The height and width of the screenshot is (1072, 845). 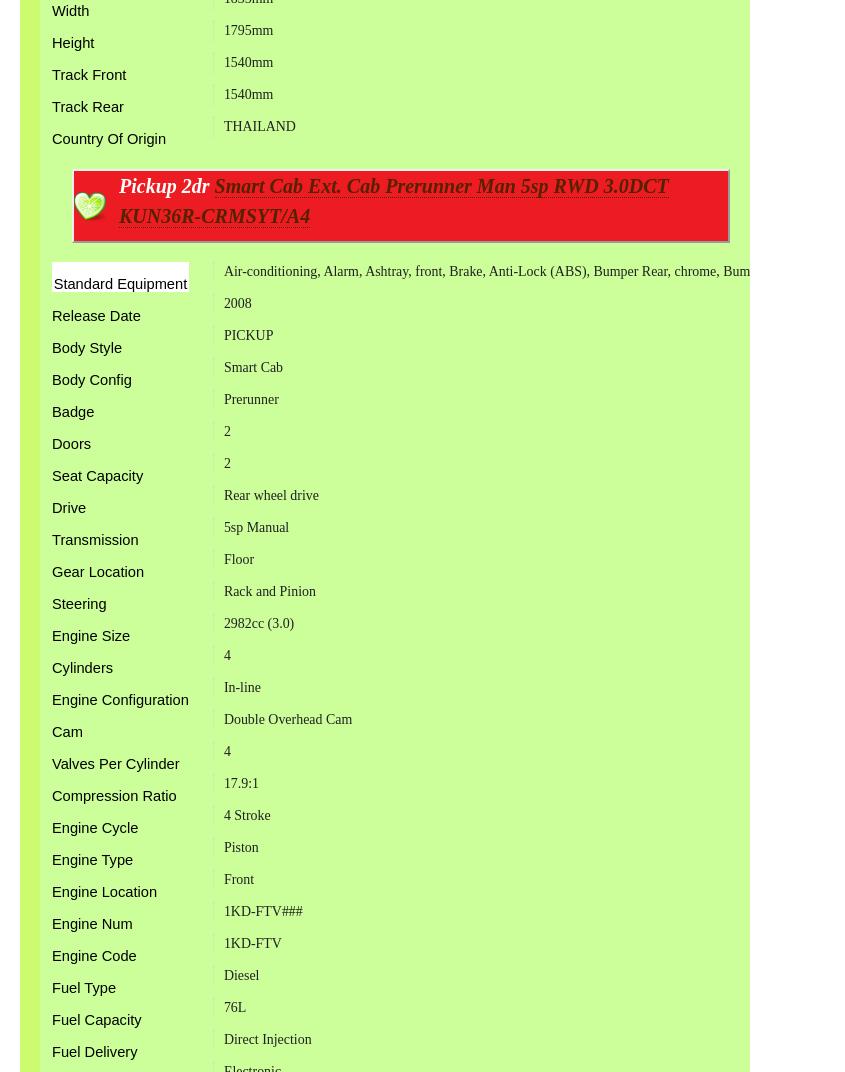 I want to click on '2008', so click(x=236, y=302).